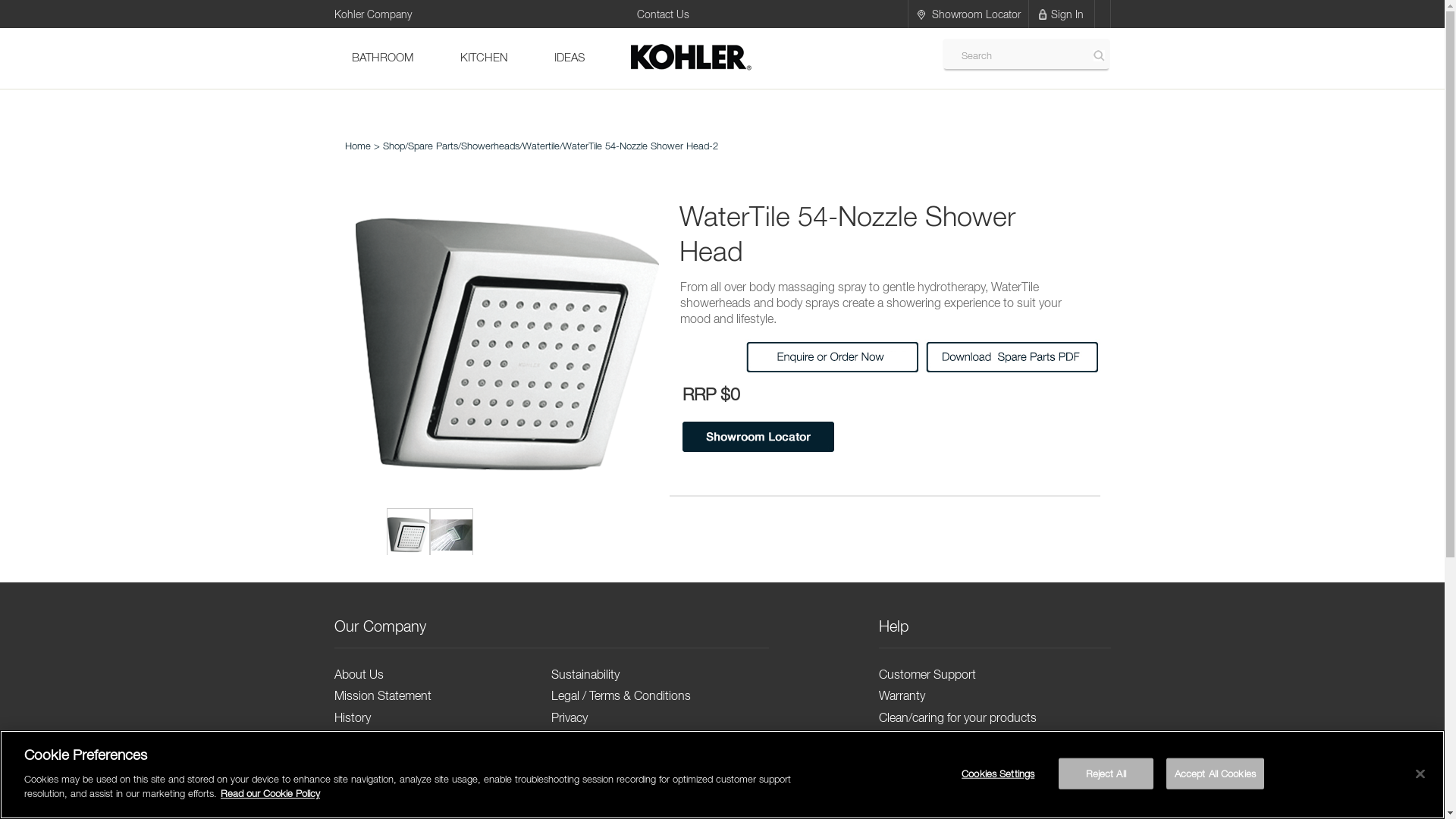 This screenshot has width=1456, height=819. Describe the element at coordinates (959, 55) in the screenshot. I see `'Search'` at that location.